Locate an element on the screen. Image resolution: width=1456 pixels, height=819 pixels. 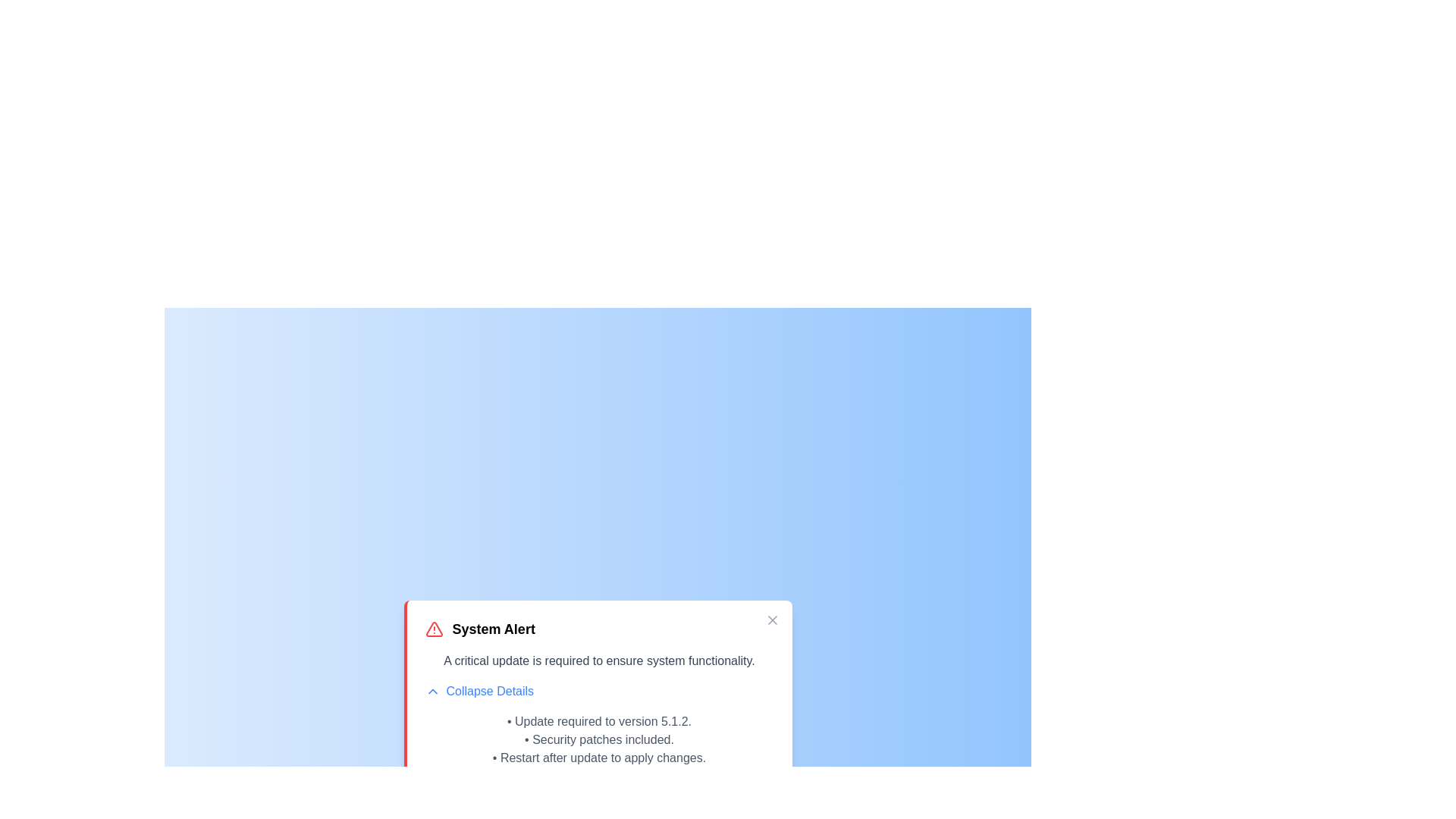
the 'Collapse Details' button to toggle the details section is located at coordinates (479, 691).